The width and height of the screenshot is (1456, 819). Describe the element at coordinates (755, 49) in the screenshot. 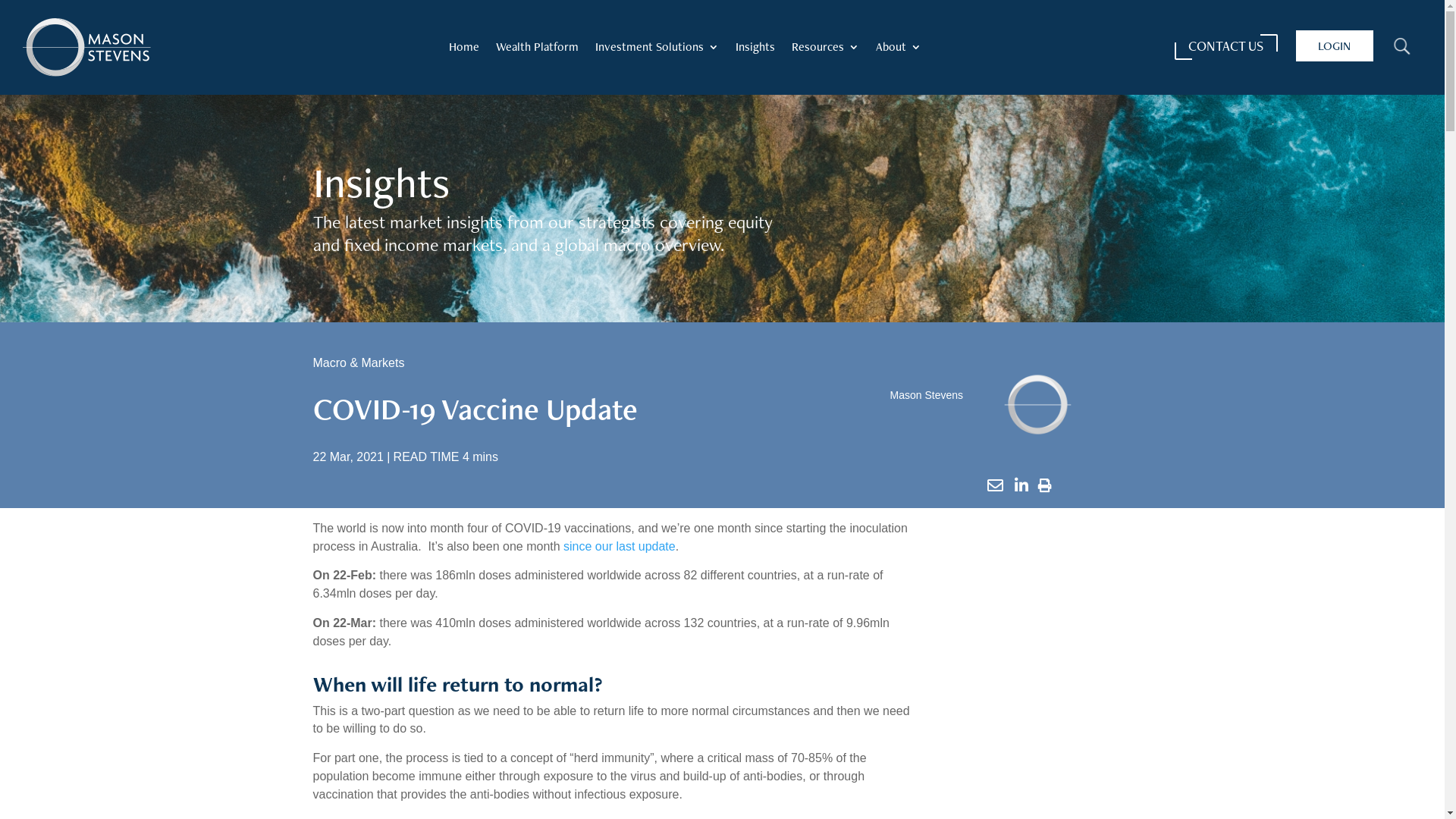

I see `'Insights'` at that location.